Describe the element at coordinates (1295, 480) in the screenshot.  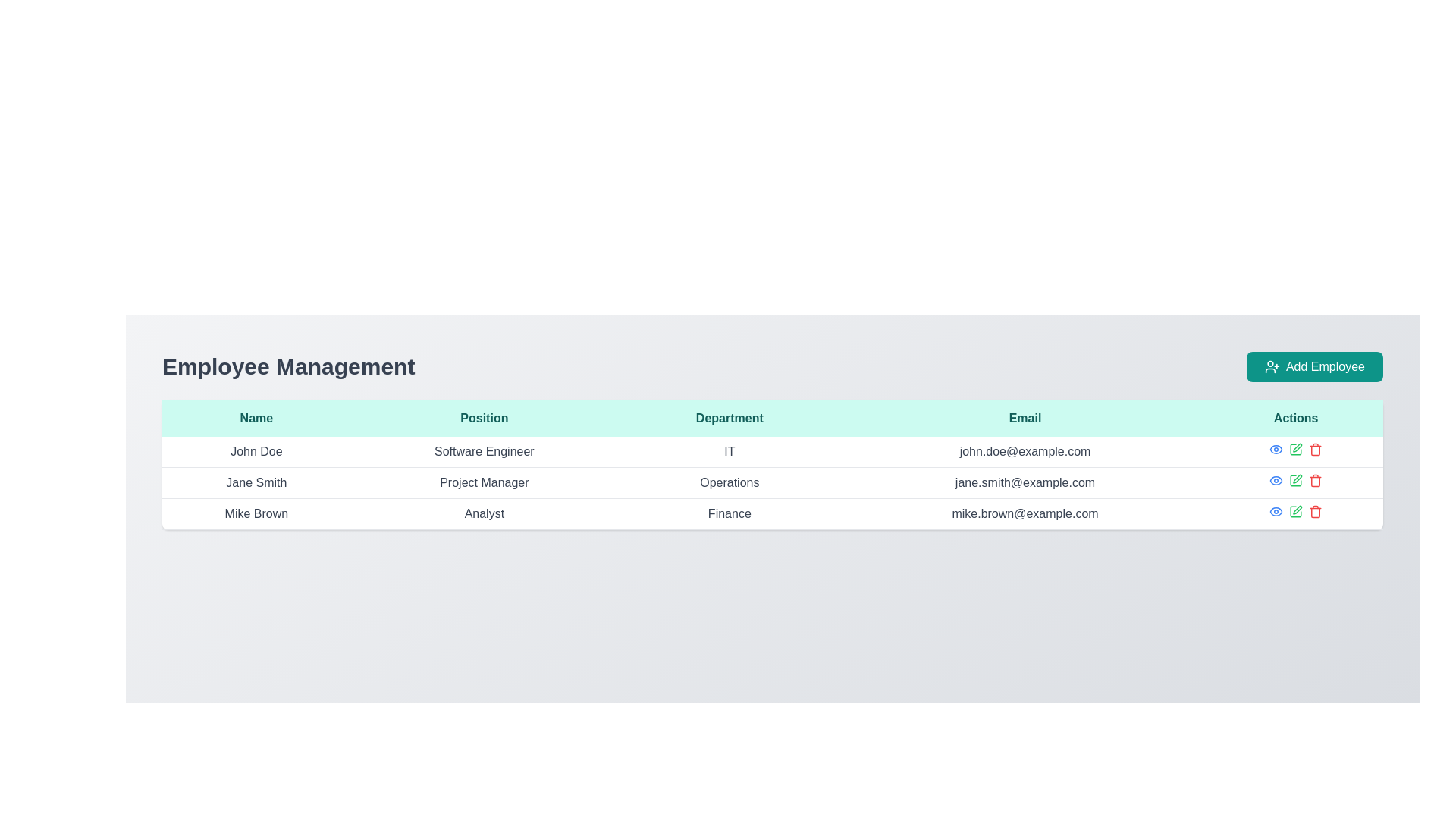
I see `the green pencil icon in the 'Actions' column of the second row in the Employee Management section` at that location.